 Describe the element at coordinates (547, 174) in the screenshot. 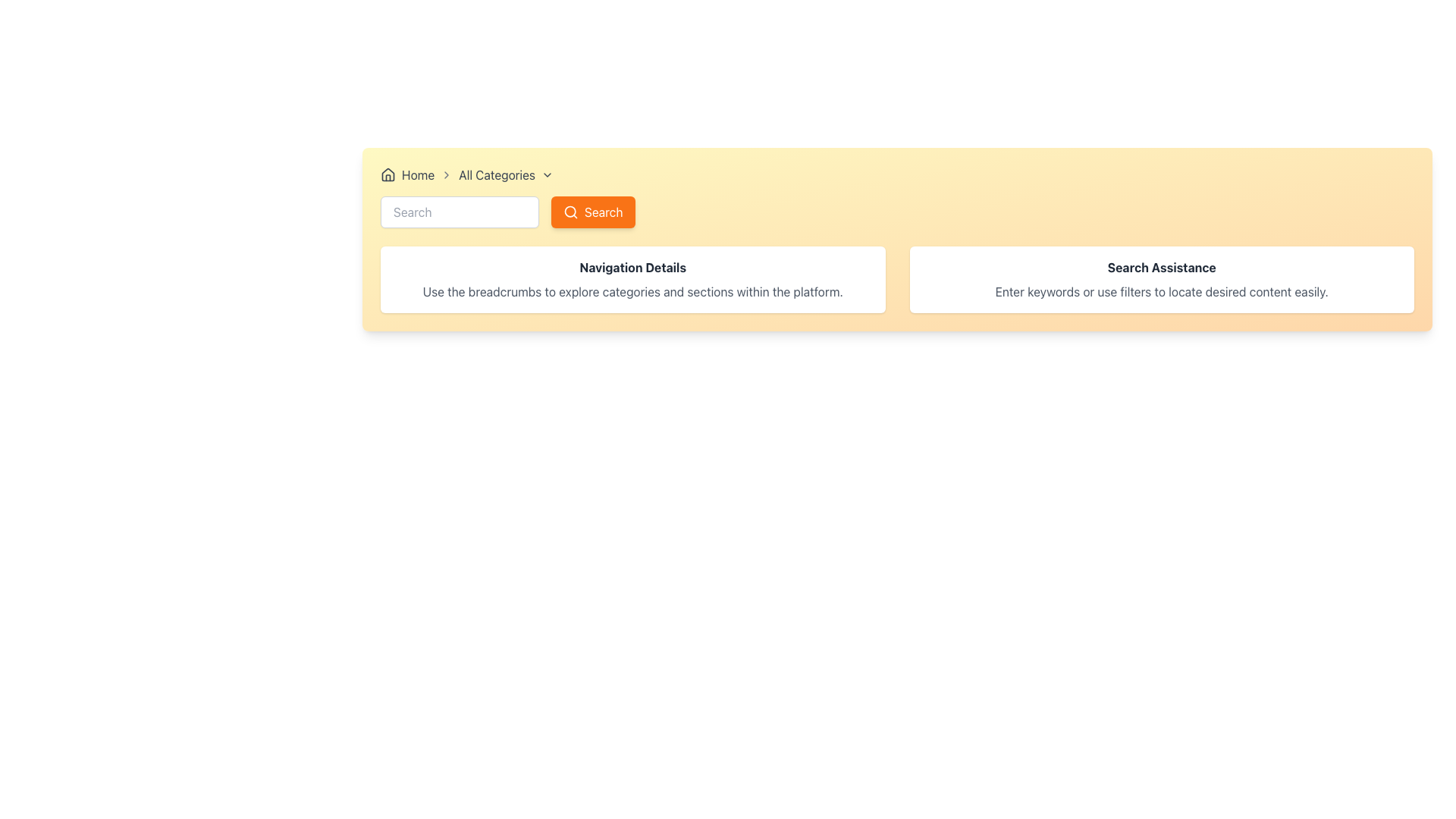

I see `the Chevron Down Icon located immediately to the right of 'All Categories' in the breadcrumb navigation bar` at that location.